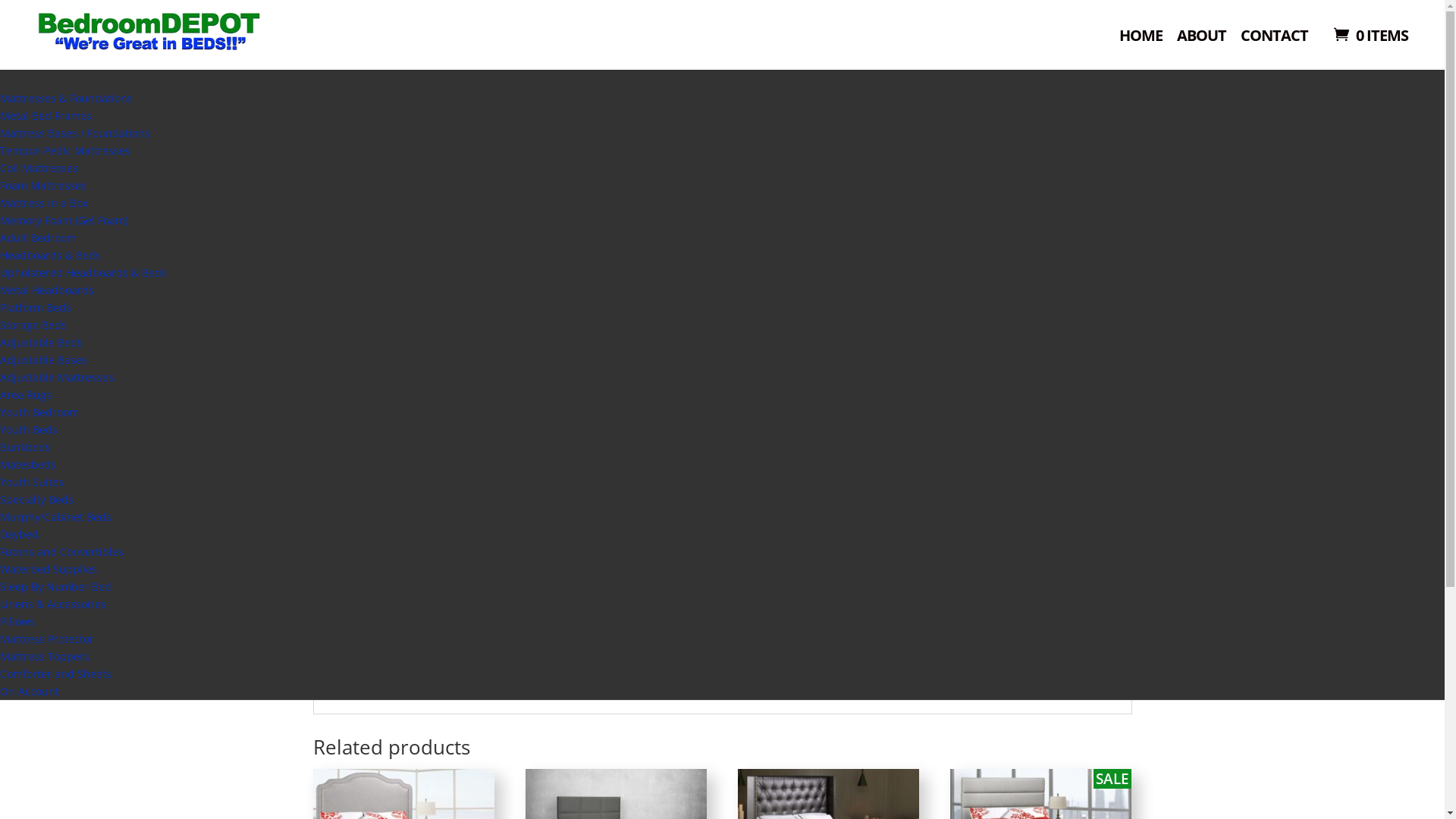  I want to click on 'Matesbeds', so click(28, 463).